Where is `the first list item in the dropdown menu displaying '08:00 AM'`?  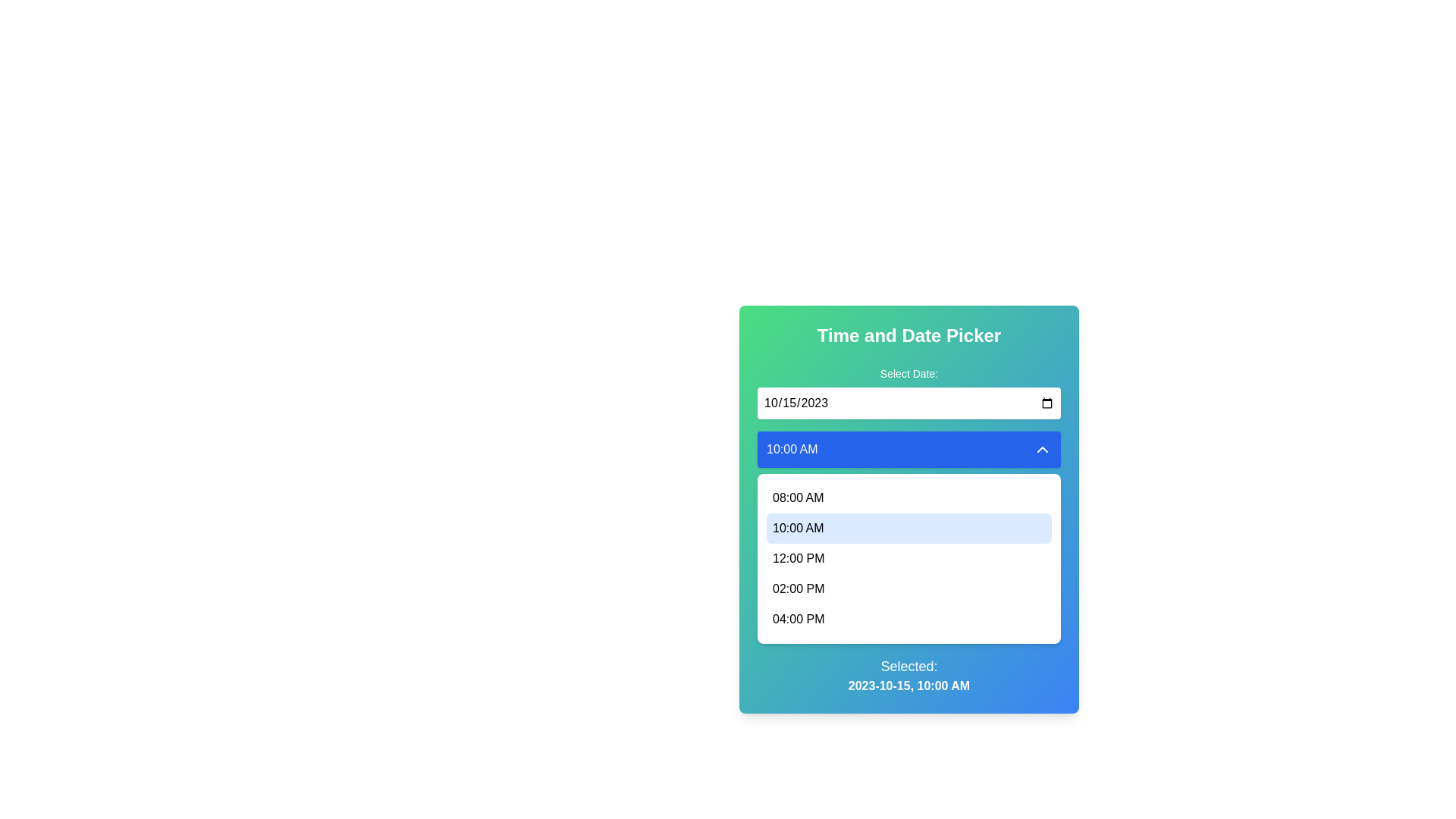 the first list item in the dropdown menu displaying '08:00 AM' is located at coordinates (909, 497).